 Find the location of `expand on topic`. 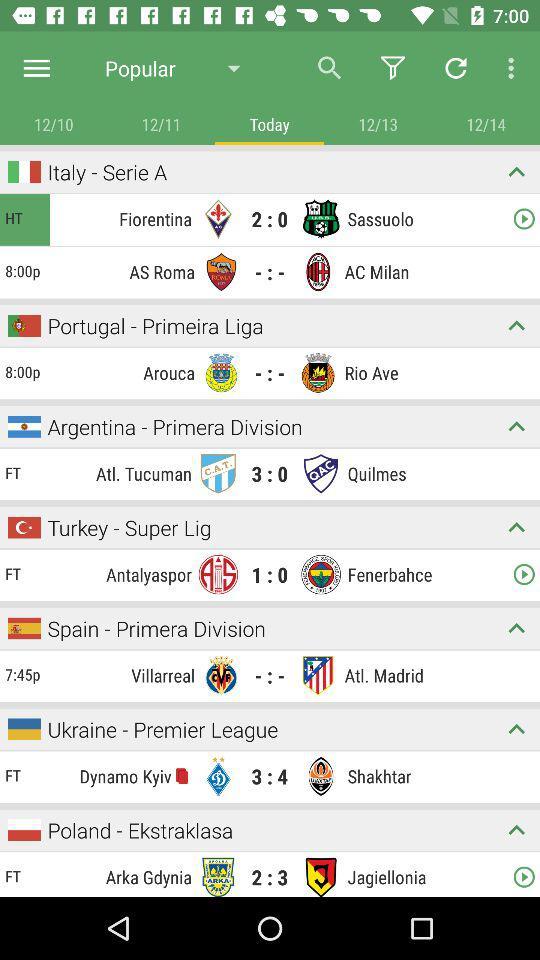

expand on topic is located at coordinates (516, 426).